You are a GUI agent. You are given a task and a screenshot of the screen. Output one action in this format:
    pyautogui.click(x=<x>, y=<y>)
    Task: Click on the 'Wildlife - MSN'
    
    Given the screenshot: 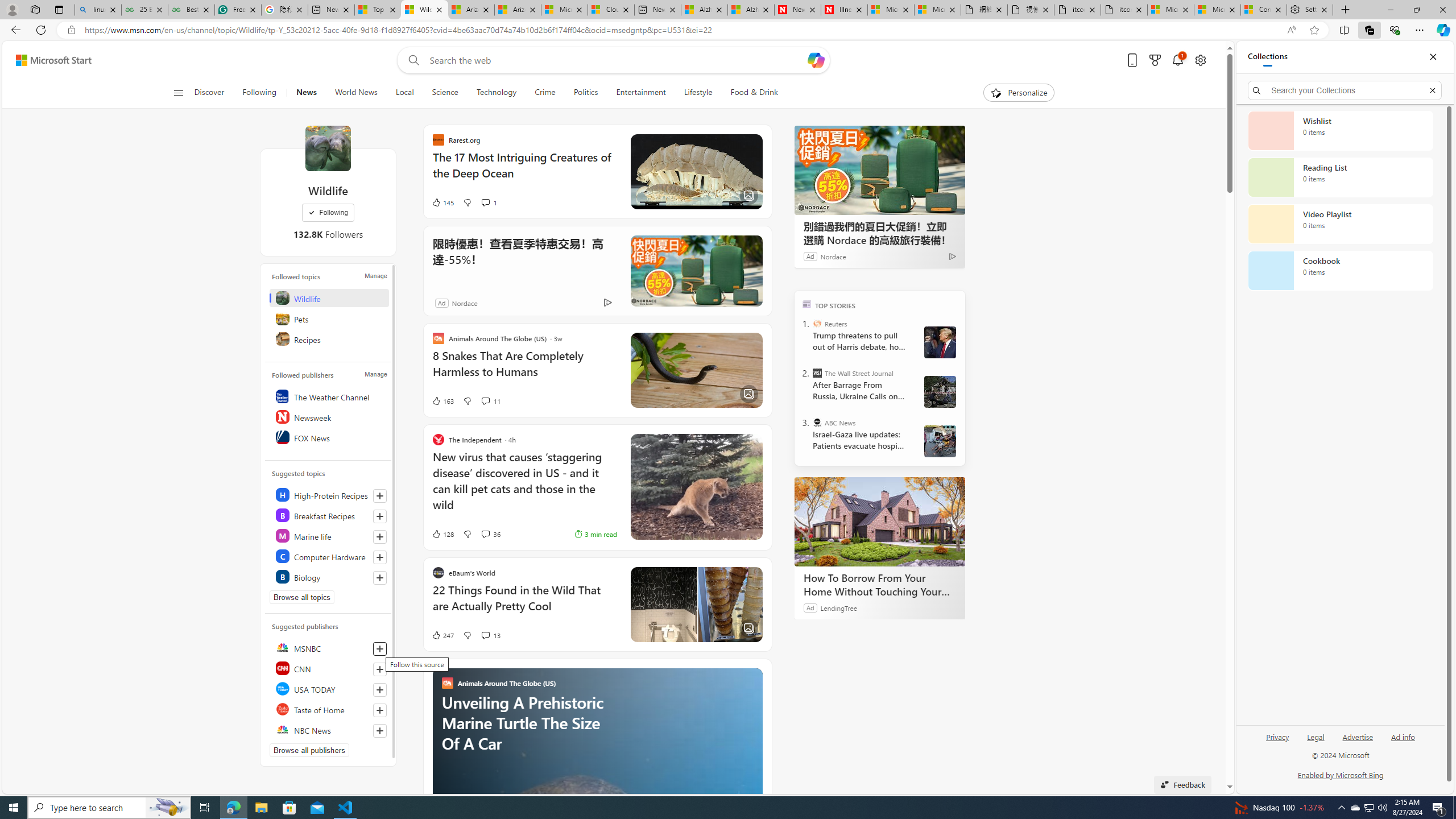 What is the action you would take?
    pyautogui.click(x=424, y=9)
    